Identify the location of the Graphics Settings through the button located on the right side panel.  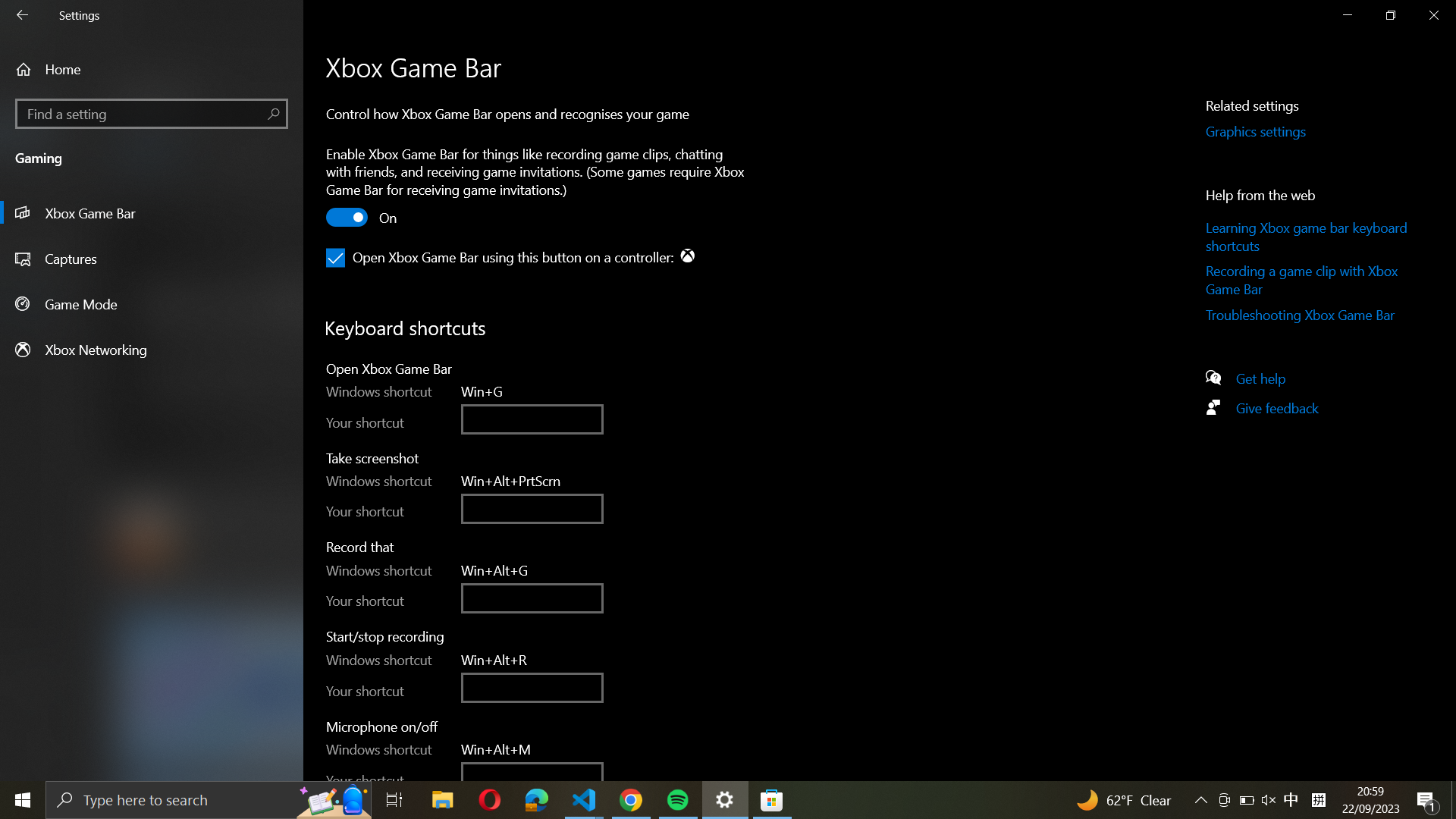
(1273, 131).